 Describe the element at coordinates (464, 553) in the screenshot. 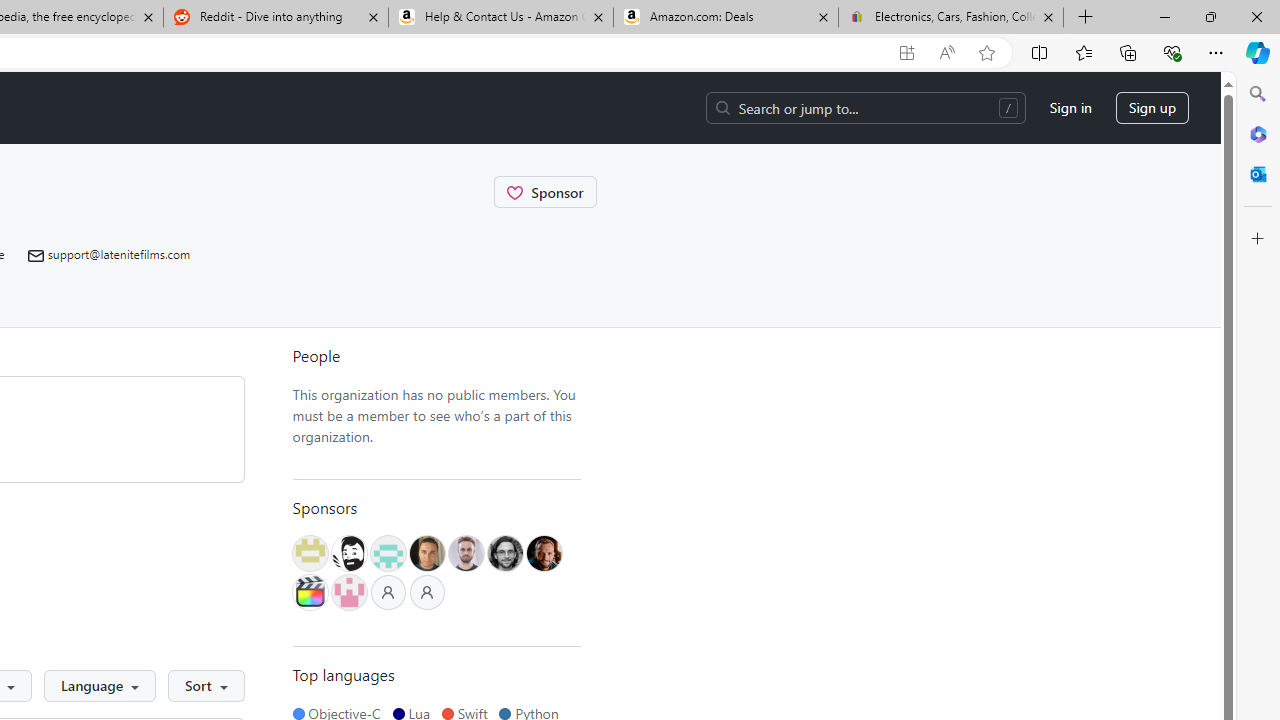

I see `'@samplue'` at that location.